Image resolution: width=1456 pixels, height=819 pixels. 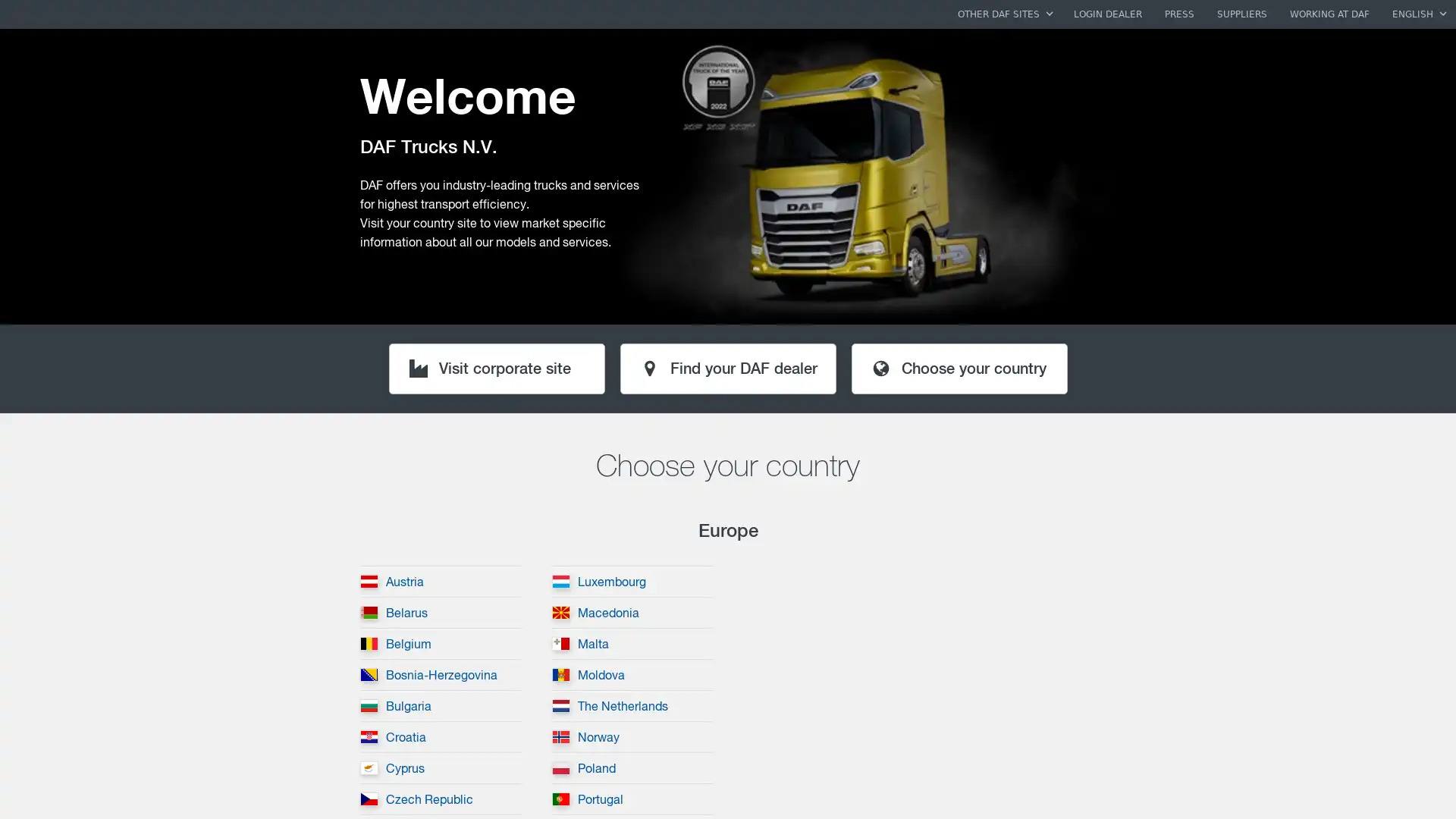 I want to click on Choose your country, so click(x=958, y=369).